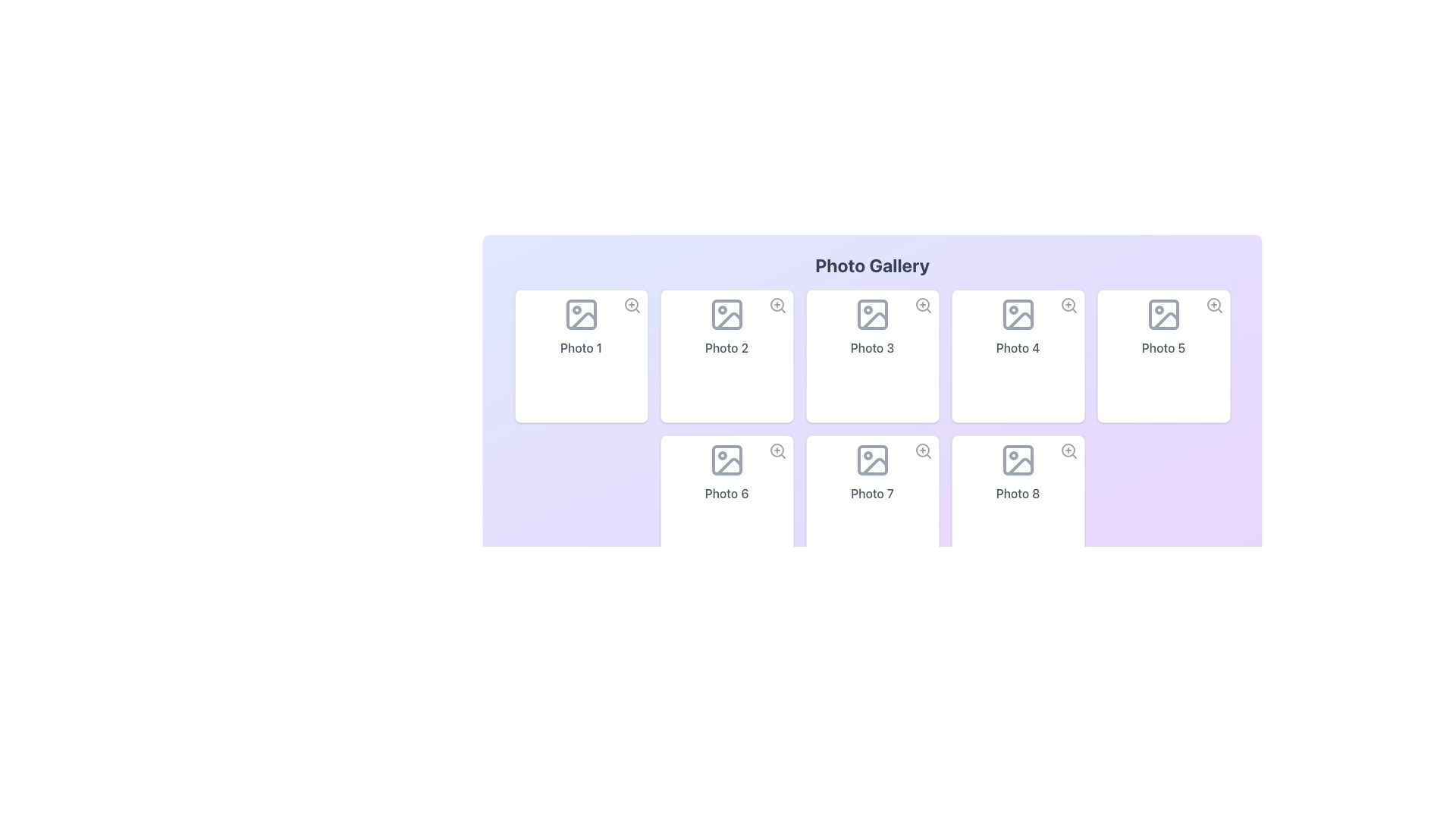 The height and width of the screenshot is (819, 1456). Describe the element at coordinates (872, 348) in the screenshot. I see `the text label 'Photo 3' which is located in the third card of the photo gallery, positioned below the photo placeholder icon` at that location.